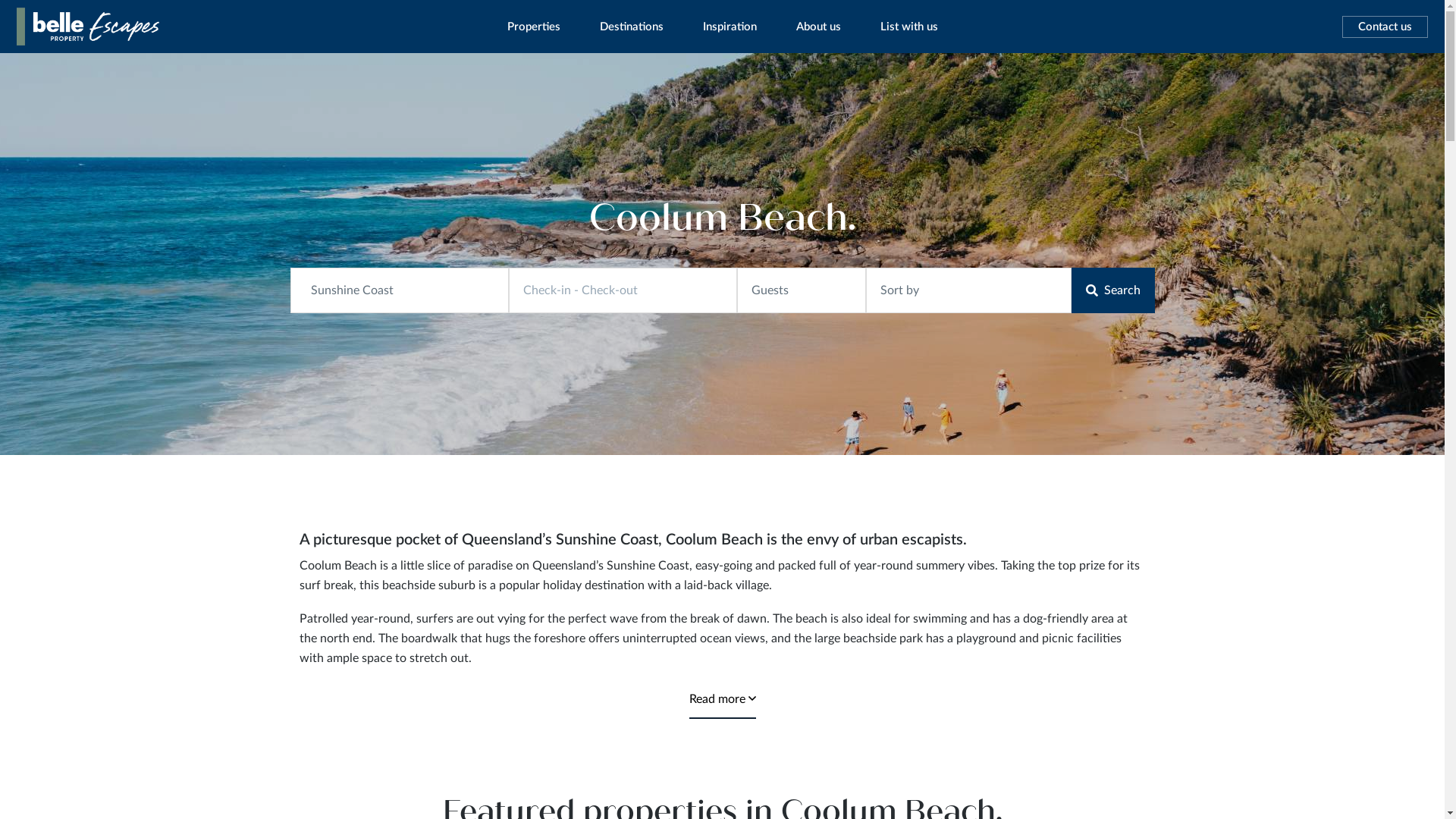  I want to click on 'Destinations', so click(592, 26).